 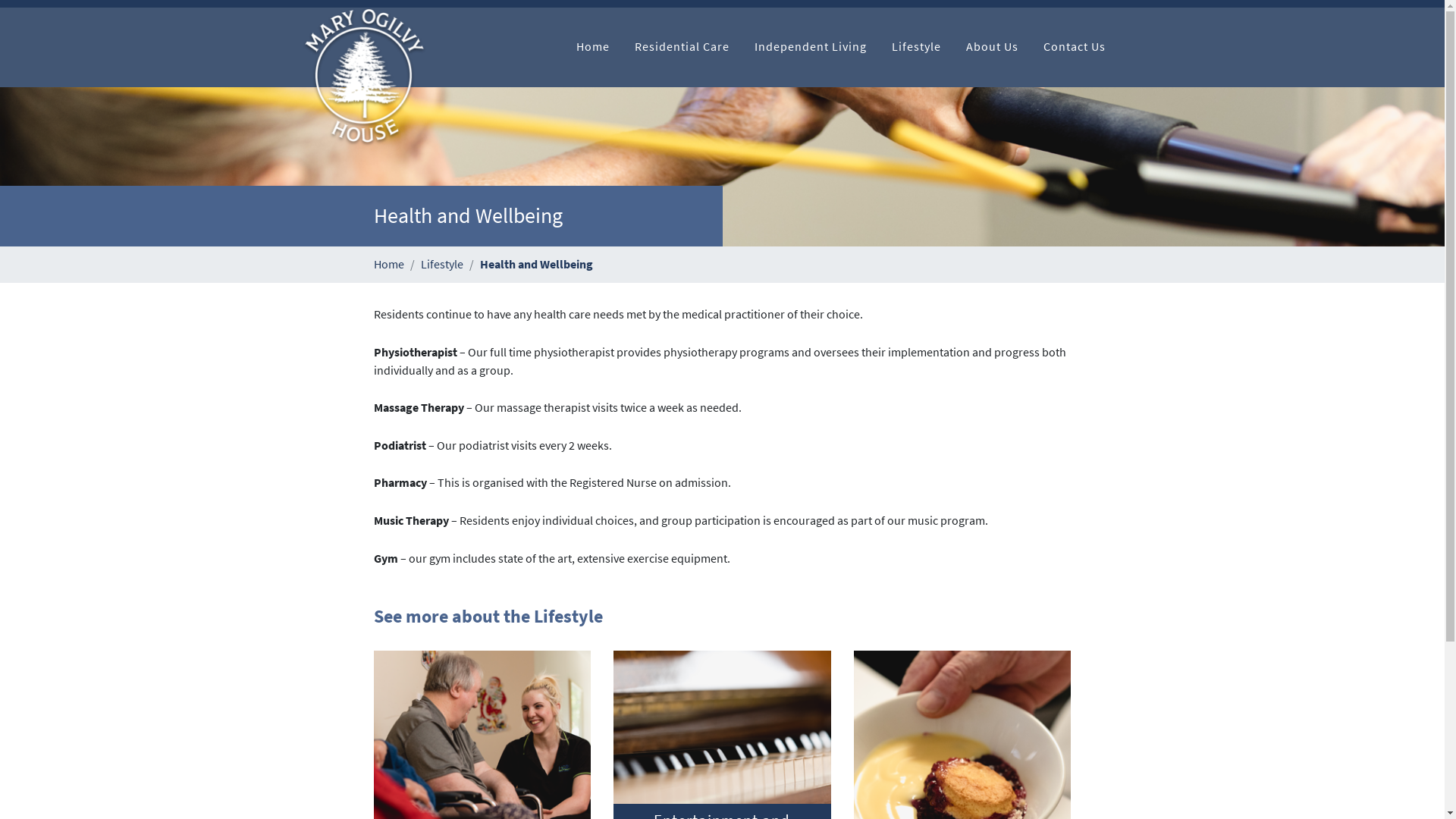 What do you see at coordinates (681, 45) in the screenshot?
I see `'Residential Care'` at bounding box center [681, 45].